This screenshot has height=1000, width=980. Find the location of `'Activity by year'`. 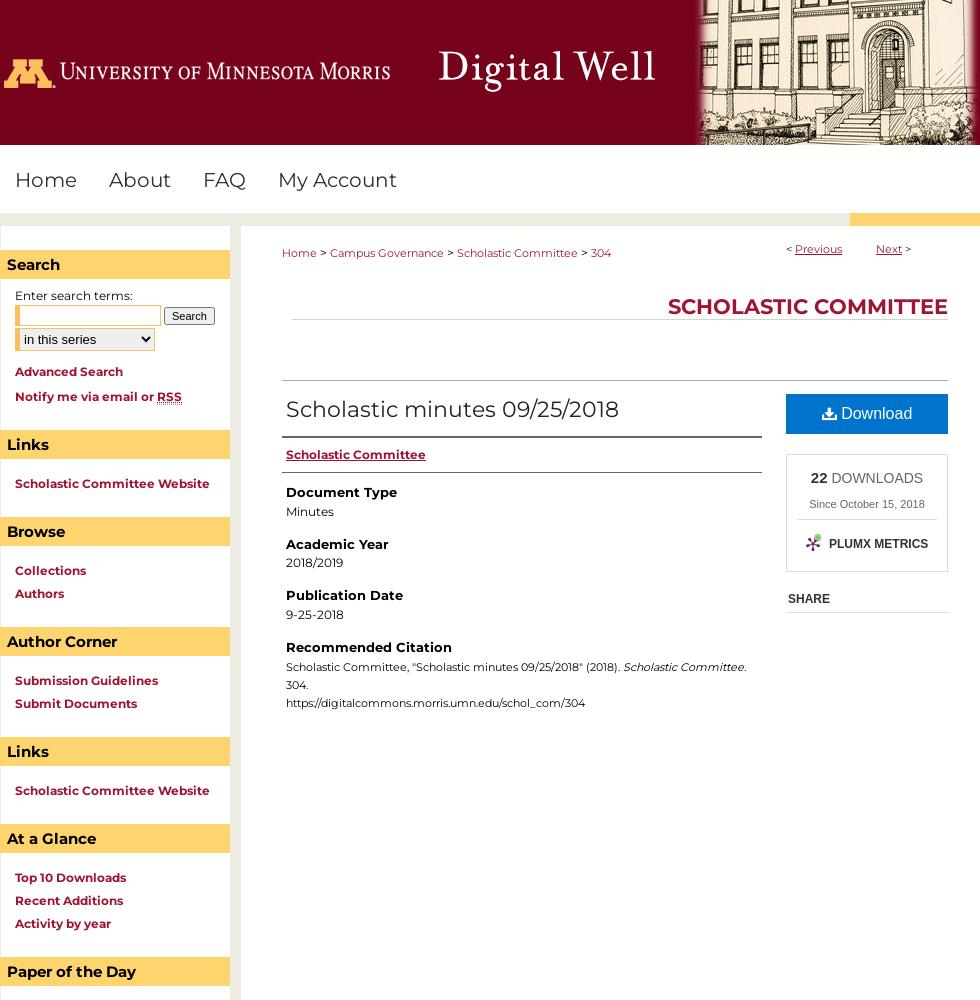

'Activity by year' is located at coordinates (62, 923).